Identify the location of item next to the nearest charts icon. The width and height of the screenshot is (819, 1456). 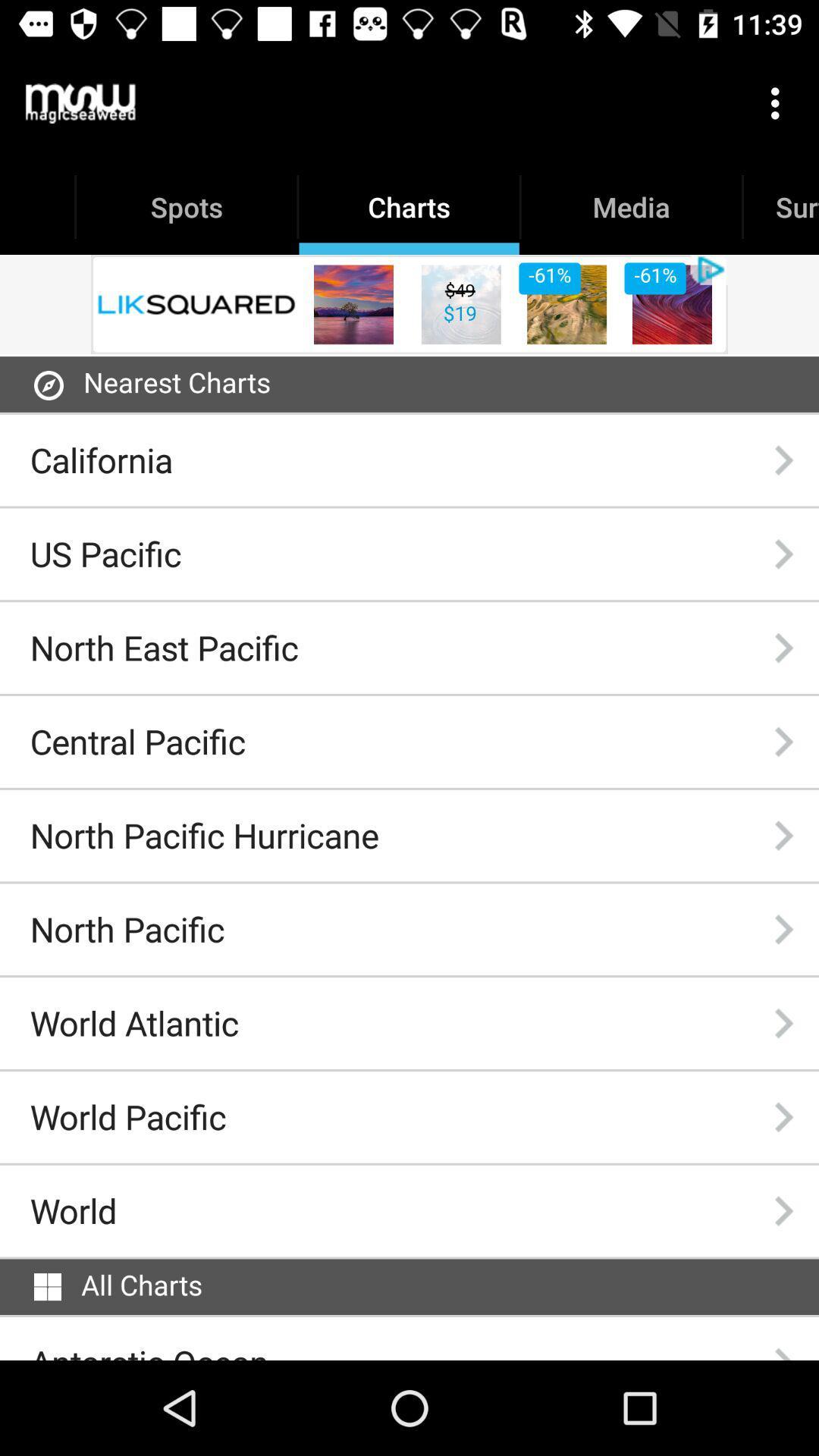
(48, 385).